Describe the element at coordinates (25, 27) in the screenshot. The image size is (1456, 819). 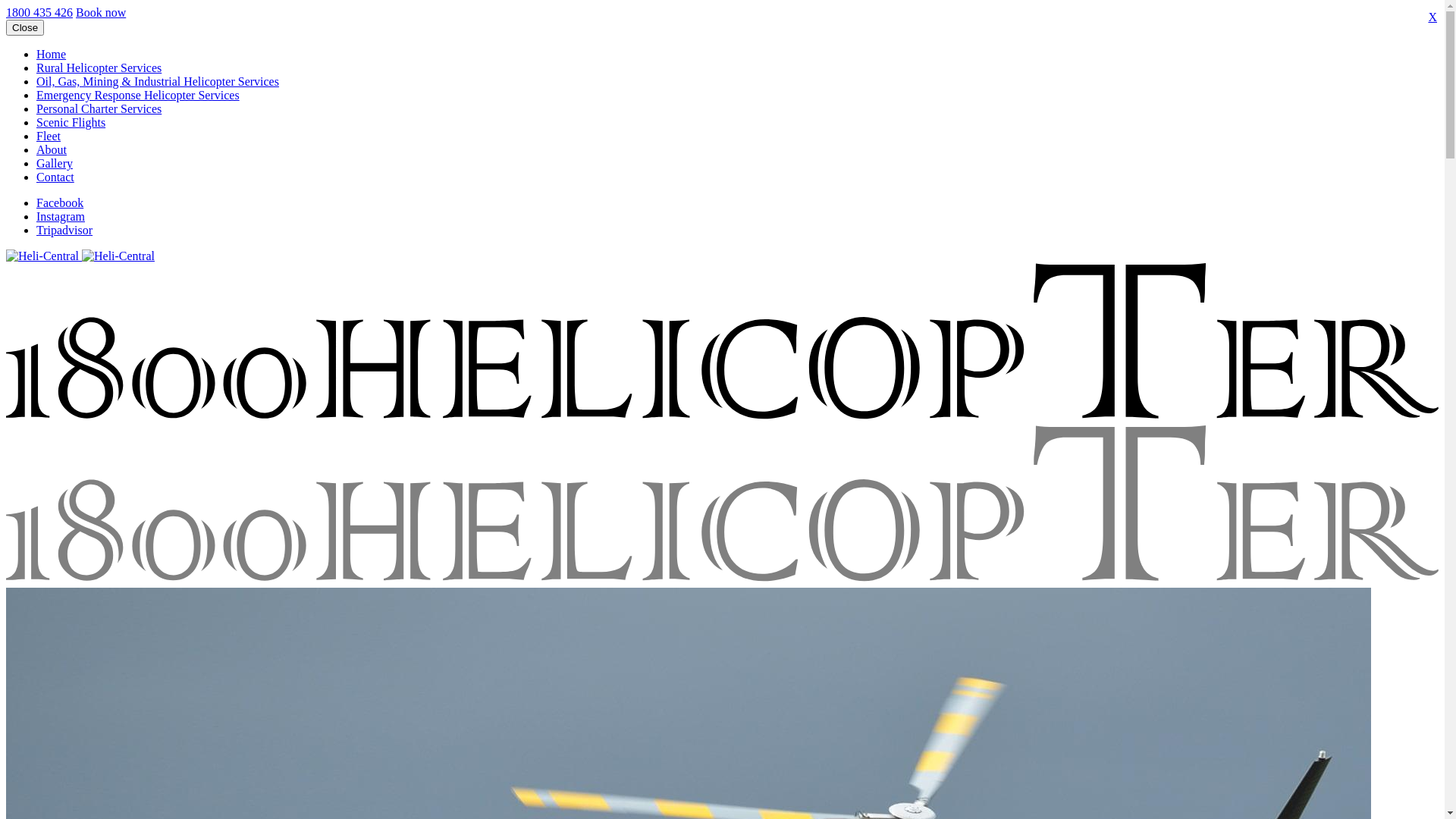
I see `'Close'` at that location.